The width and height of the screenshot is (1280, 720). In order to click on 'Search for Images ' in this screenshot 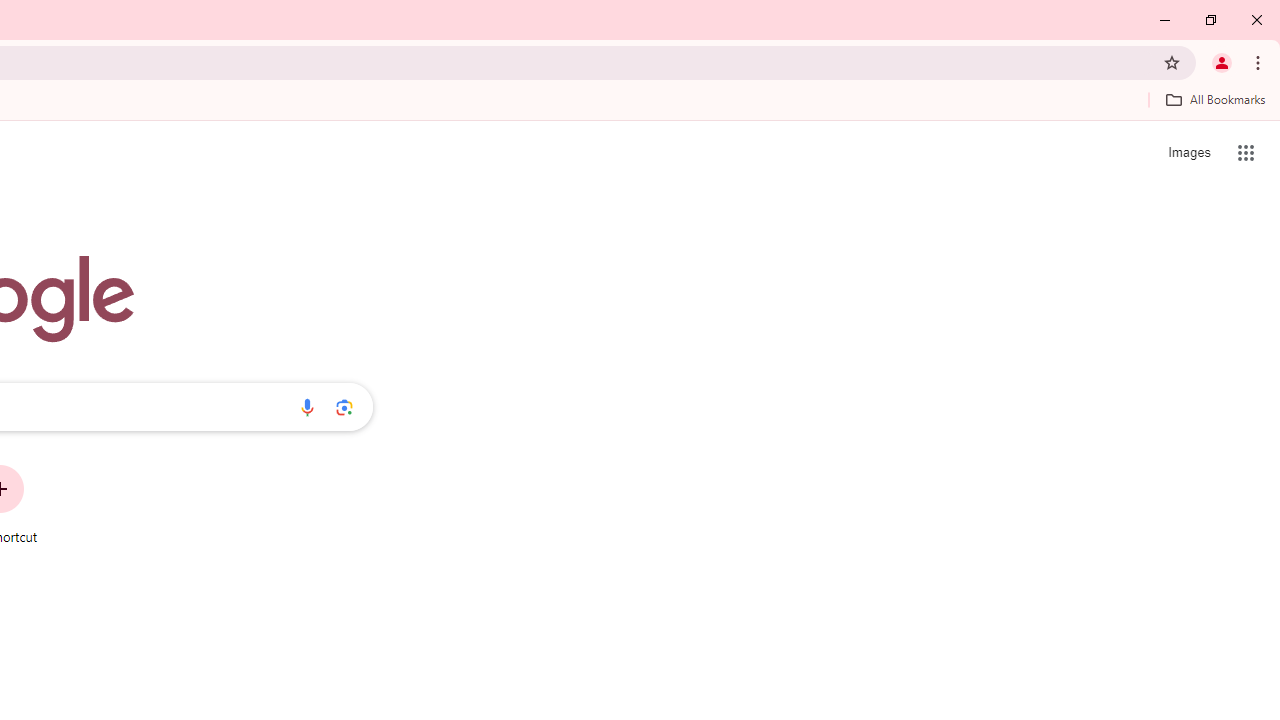, I will do `click(1189, 152)`.